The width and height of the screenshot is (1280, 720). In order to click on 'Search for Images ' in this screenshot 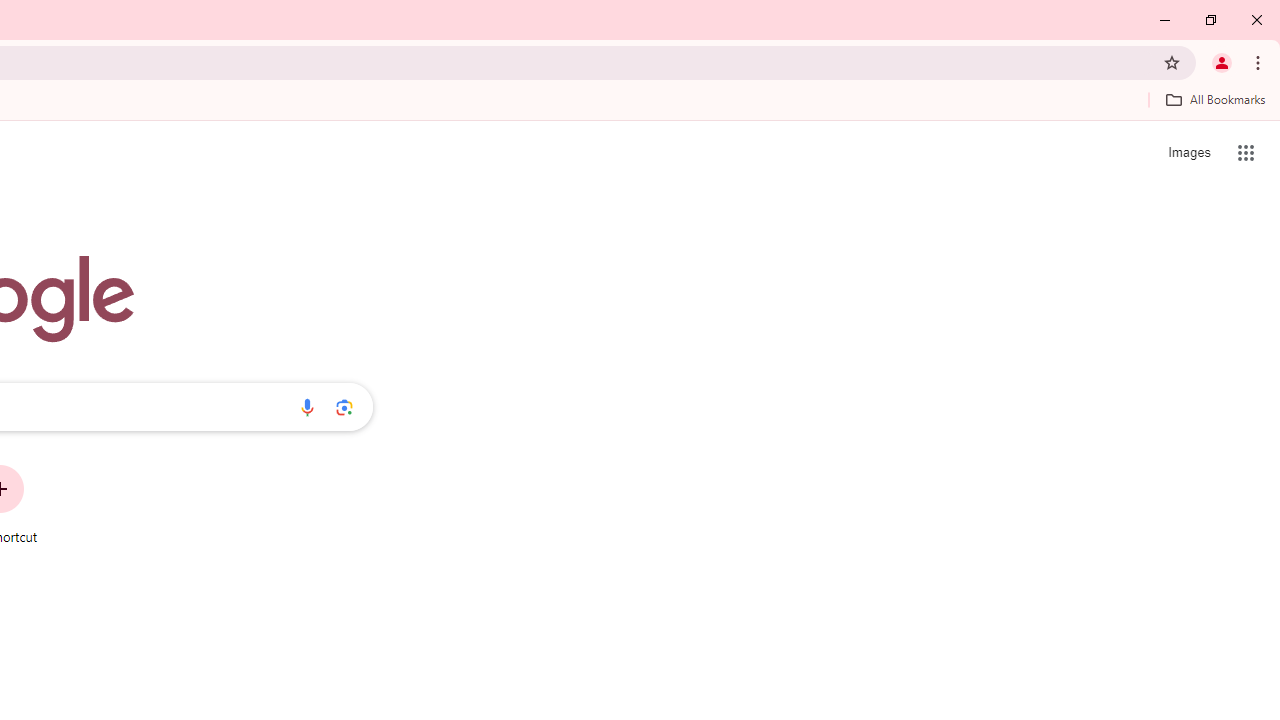, I will do `click(1189, 152)`.